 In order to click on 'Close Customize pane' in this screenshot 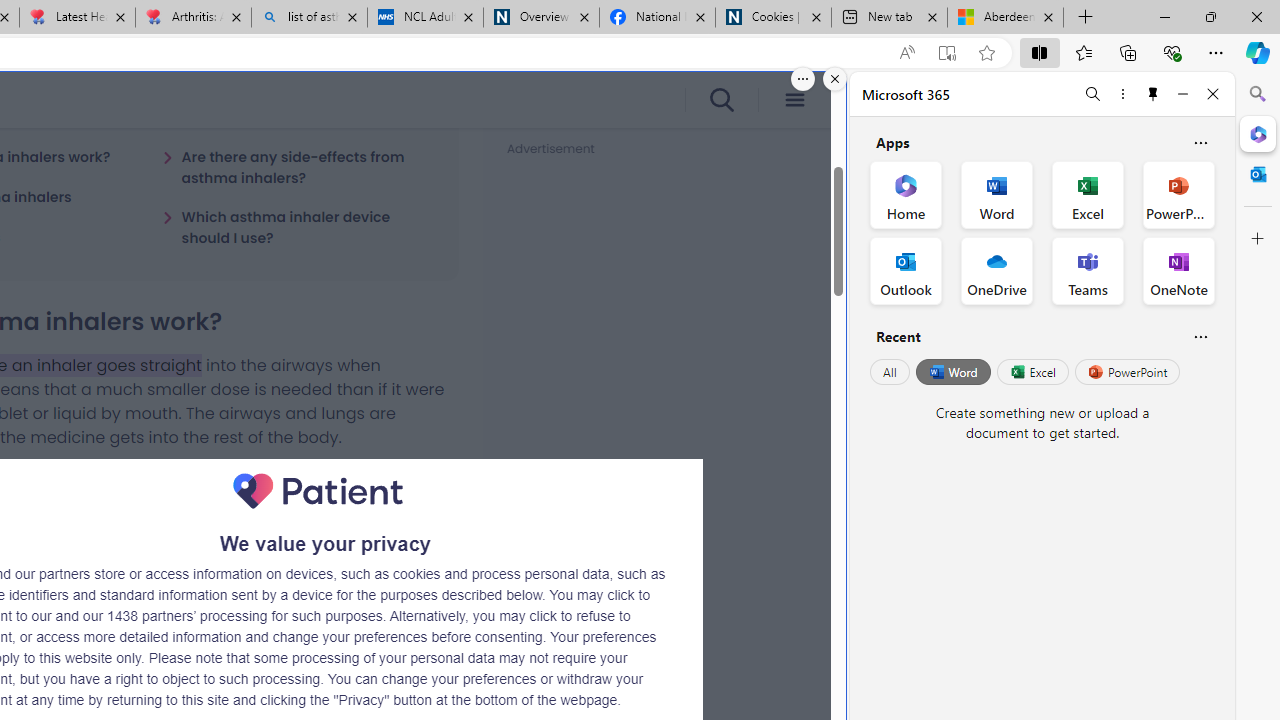, I will do `click(1257, 238)`.